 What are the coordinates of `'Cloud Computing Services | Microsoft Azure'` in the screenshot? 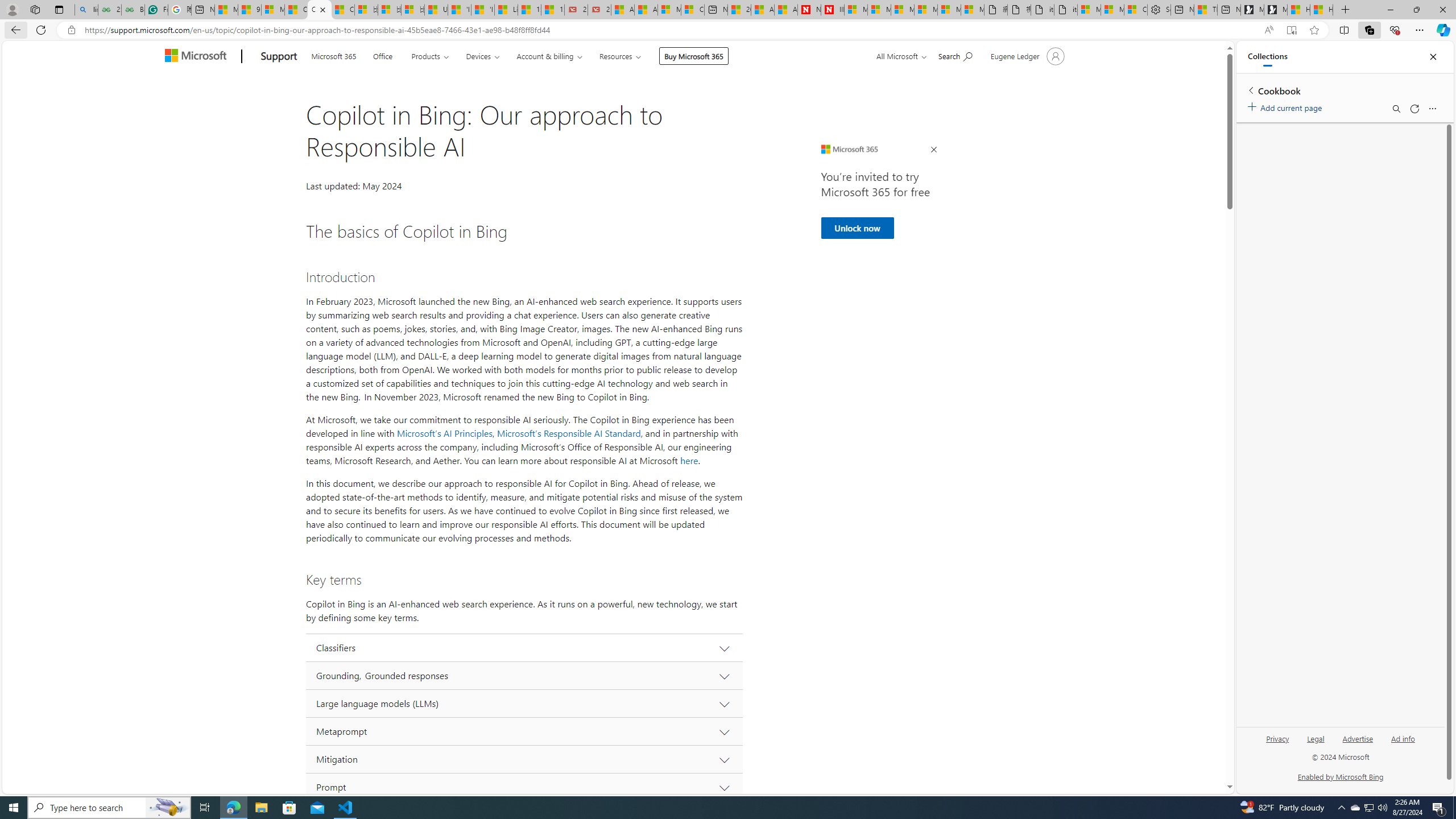 It's located at (692, 9).